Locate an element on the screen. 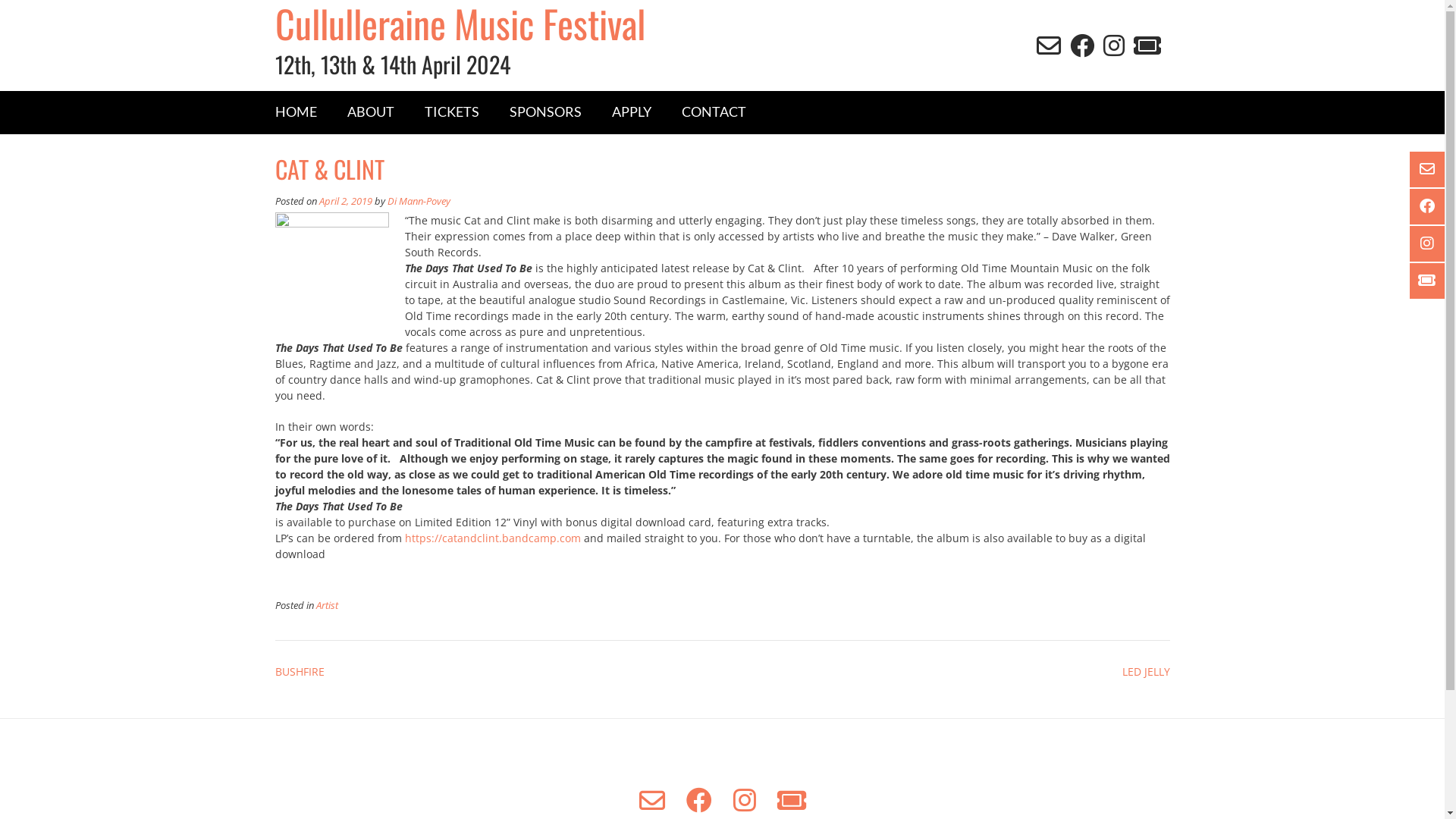  'BUSHFIRE' is located at coordinates (299, 670).